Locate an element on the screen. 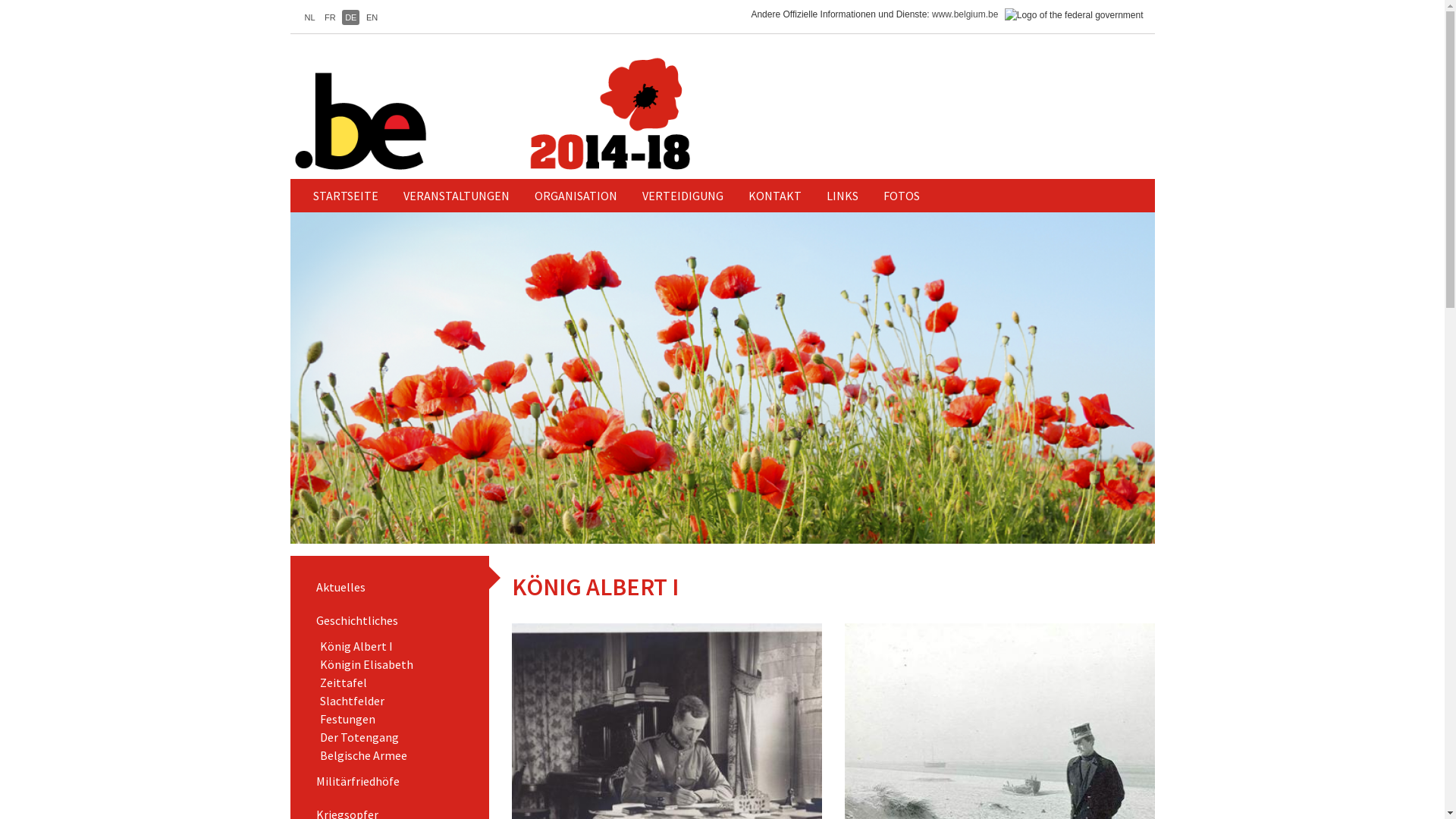 The width and height of the screenshot is (1456, 819). 'Belgische Armee' is located at coordinates (362, 755).